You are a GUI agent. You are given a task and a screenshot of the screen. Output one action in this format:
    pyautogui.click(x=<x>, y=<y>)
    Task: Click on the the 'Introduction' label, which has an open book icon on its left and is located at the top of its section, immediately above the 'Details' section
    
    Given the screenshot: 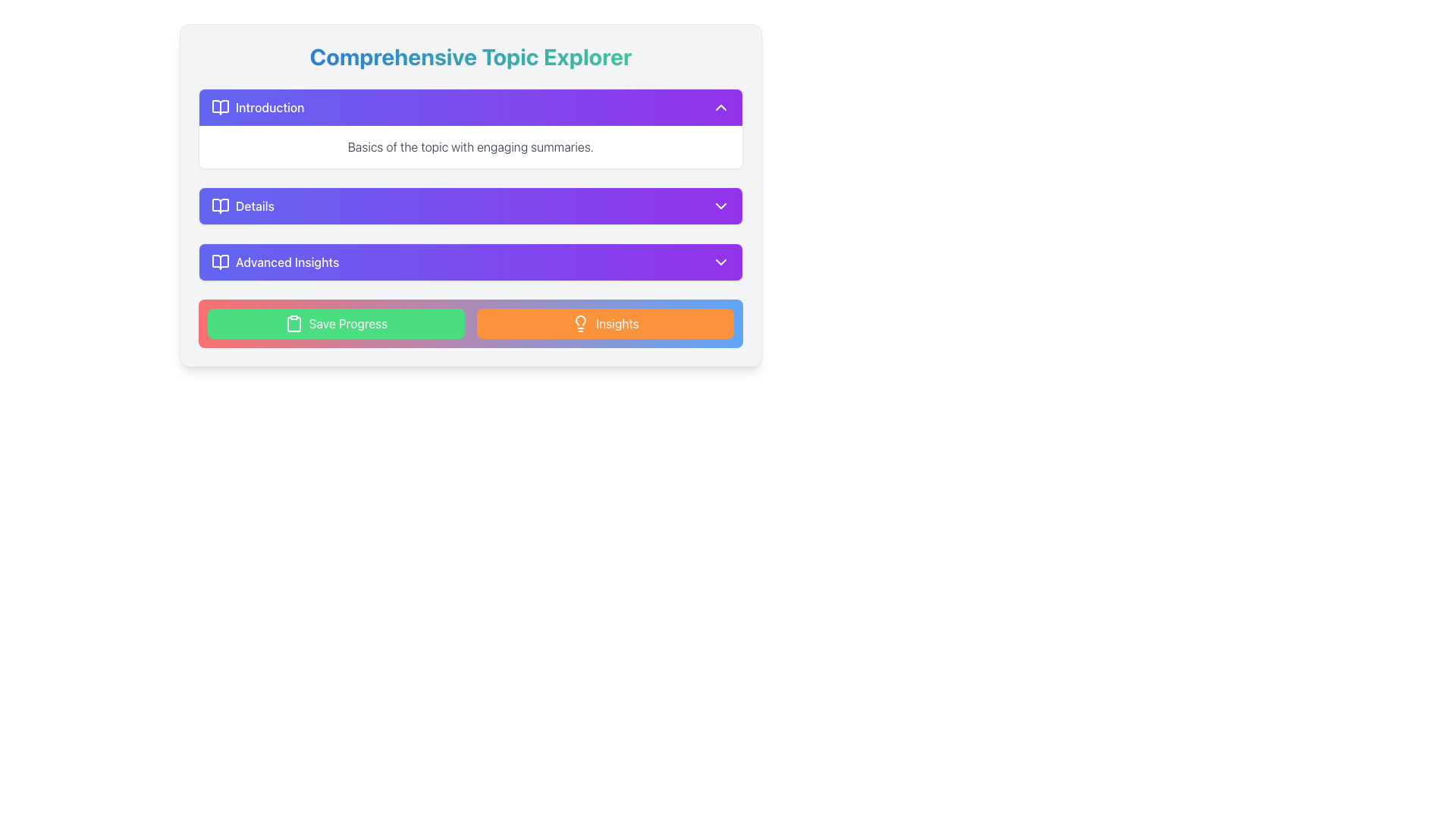 What is the action you would take?
    pyautogui.click(x=258, y=107)
    